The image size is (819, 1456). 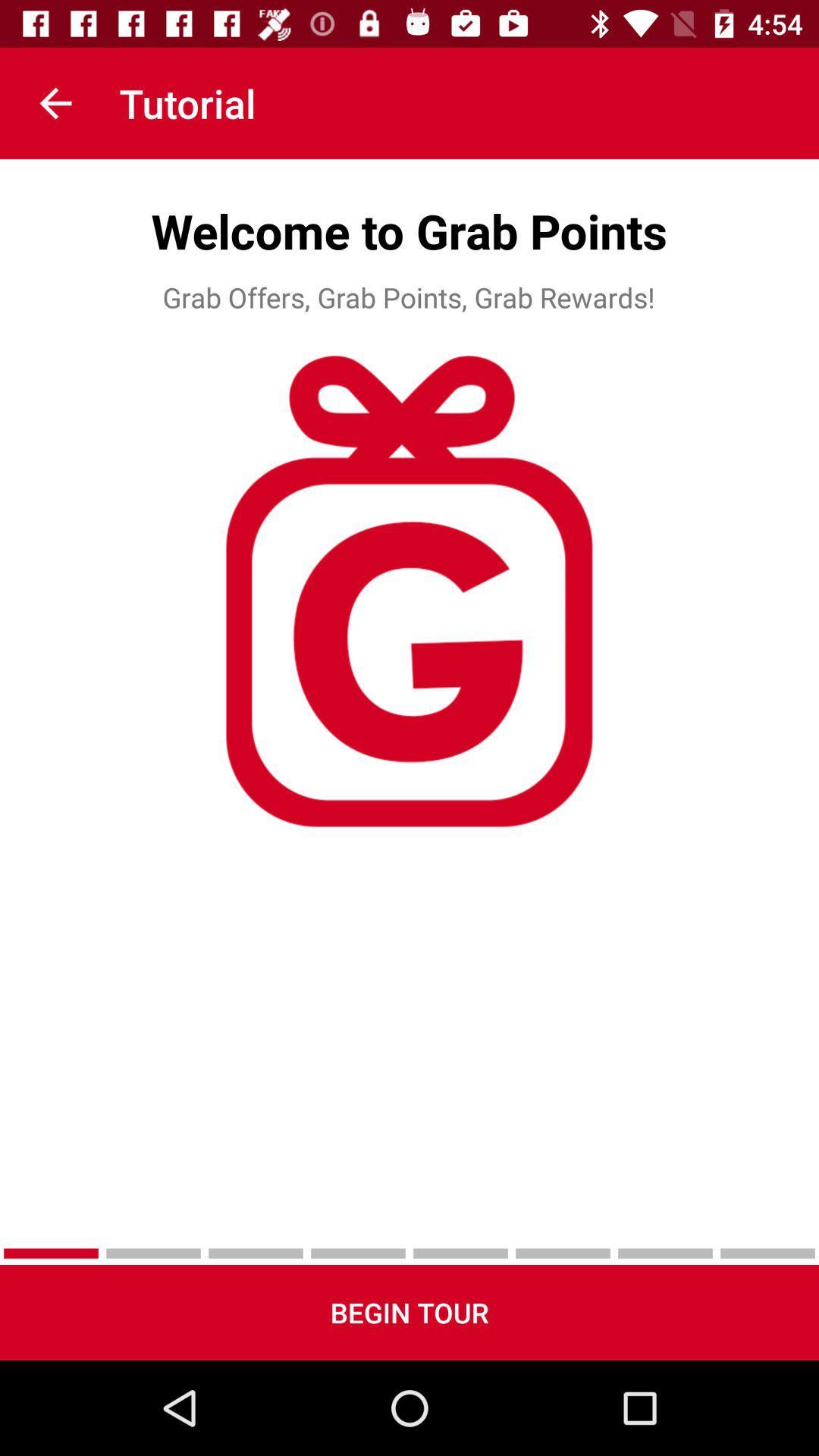 I want to click on the icon to the left of the tutorial app, so click(x=55, y=102).